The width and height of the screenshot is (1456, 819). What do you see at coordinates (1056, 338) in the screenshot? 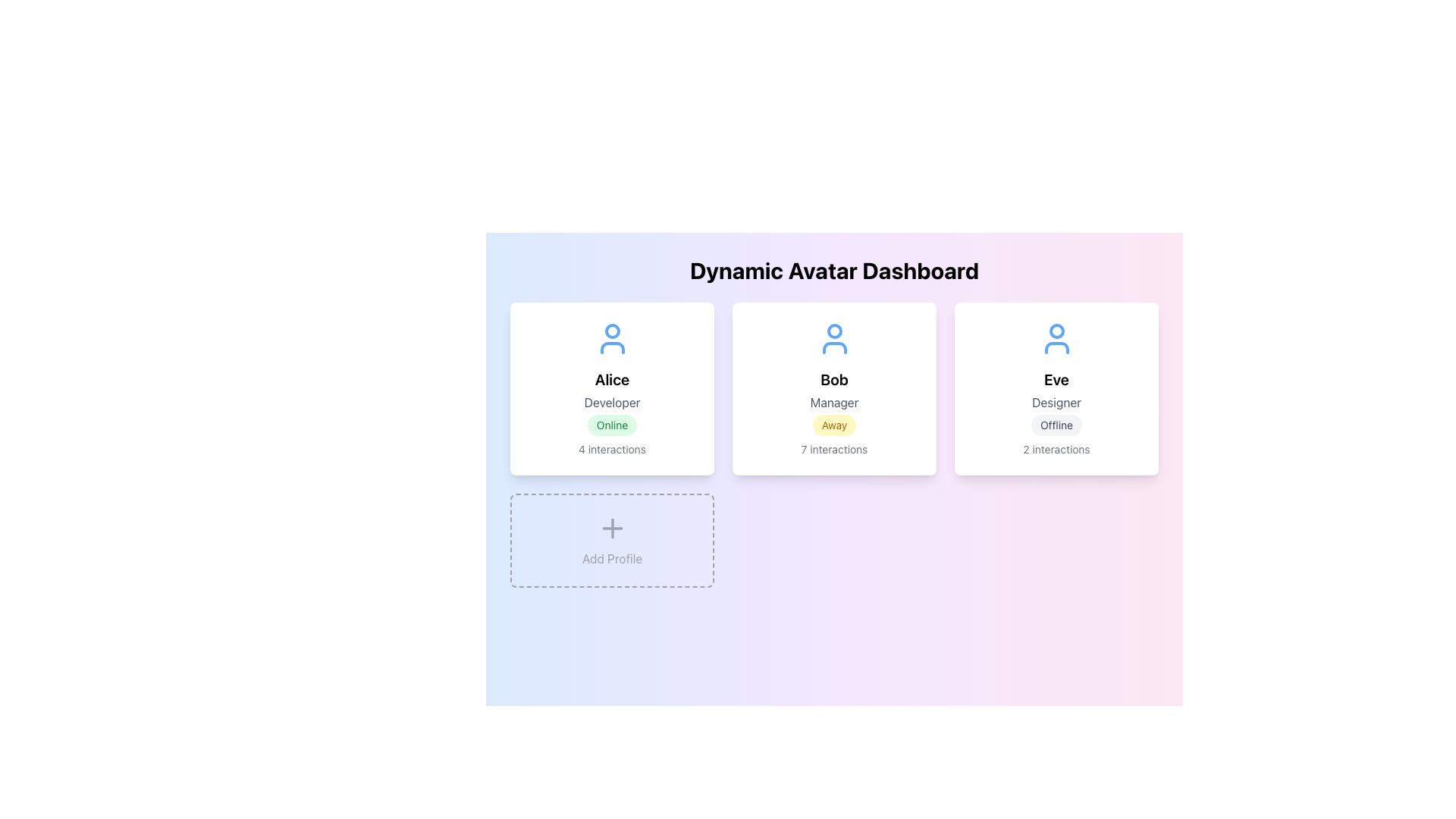
I see `the user profile icon, which is a minimalistic blue outline located at the top of the card for 'Eve'` at bounding box center [1056, 338].